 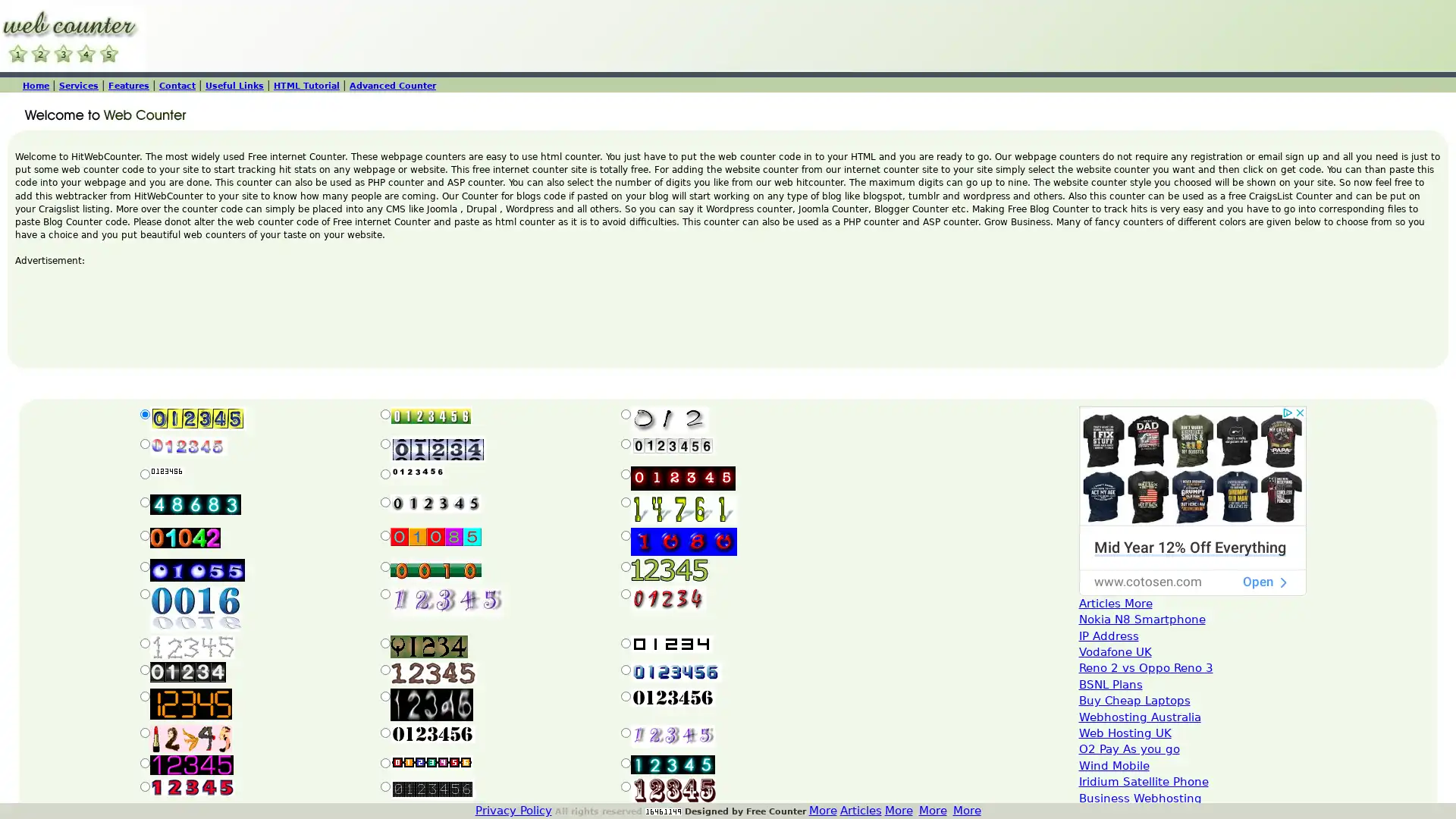 What do you see at coordinates (167, 470) in the screenshot?
I see `Submit` at bounding box center [167, 470].